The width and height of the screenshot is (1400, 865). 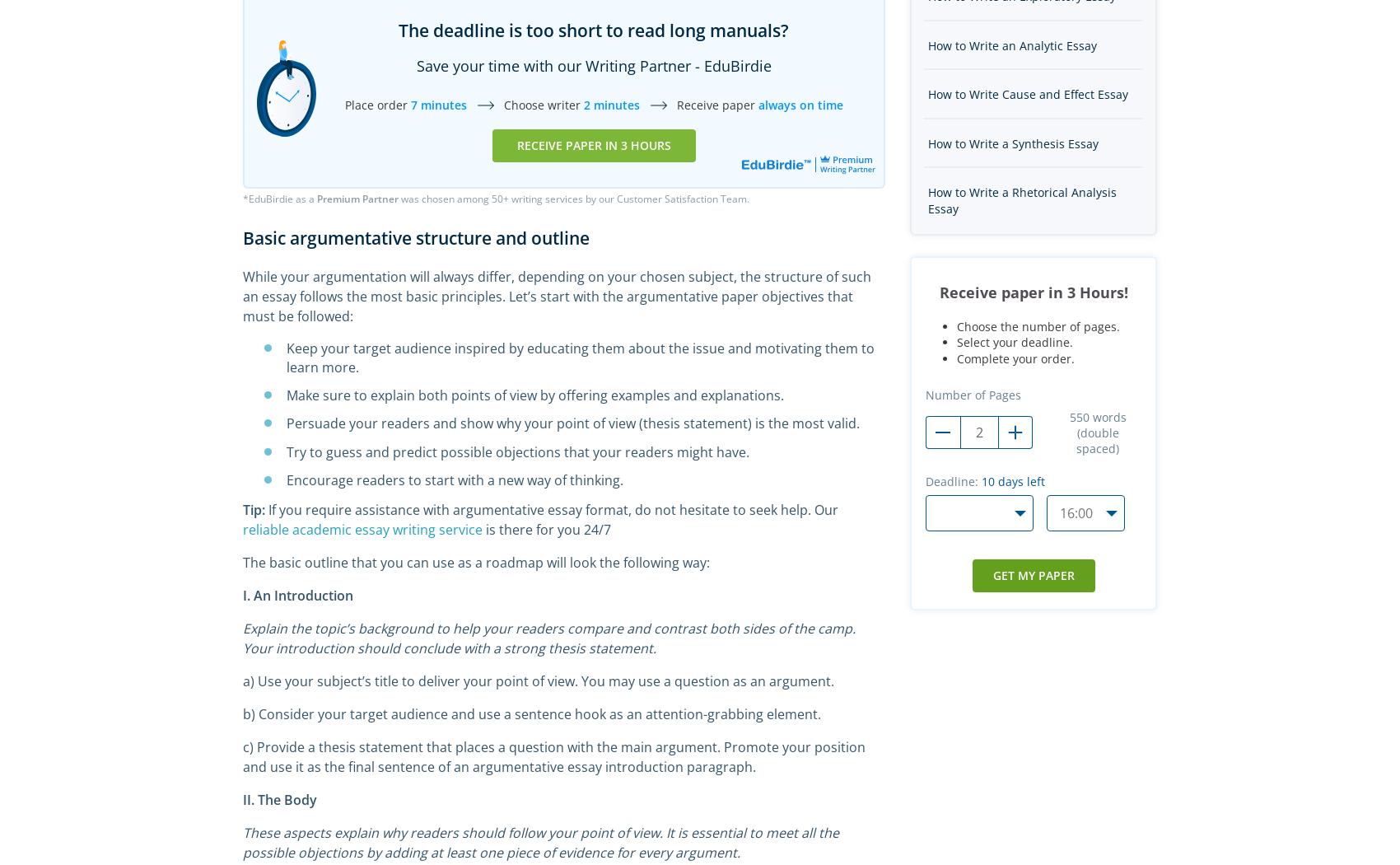 What do you see at coordinates (1038, 325) in the screenshot?
I see `'Choose the number of pages.'` at bounding box center [1038, 325].